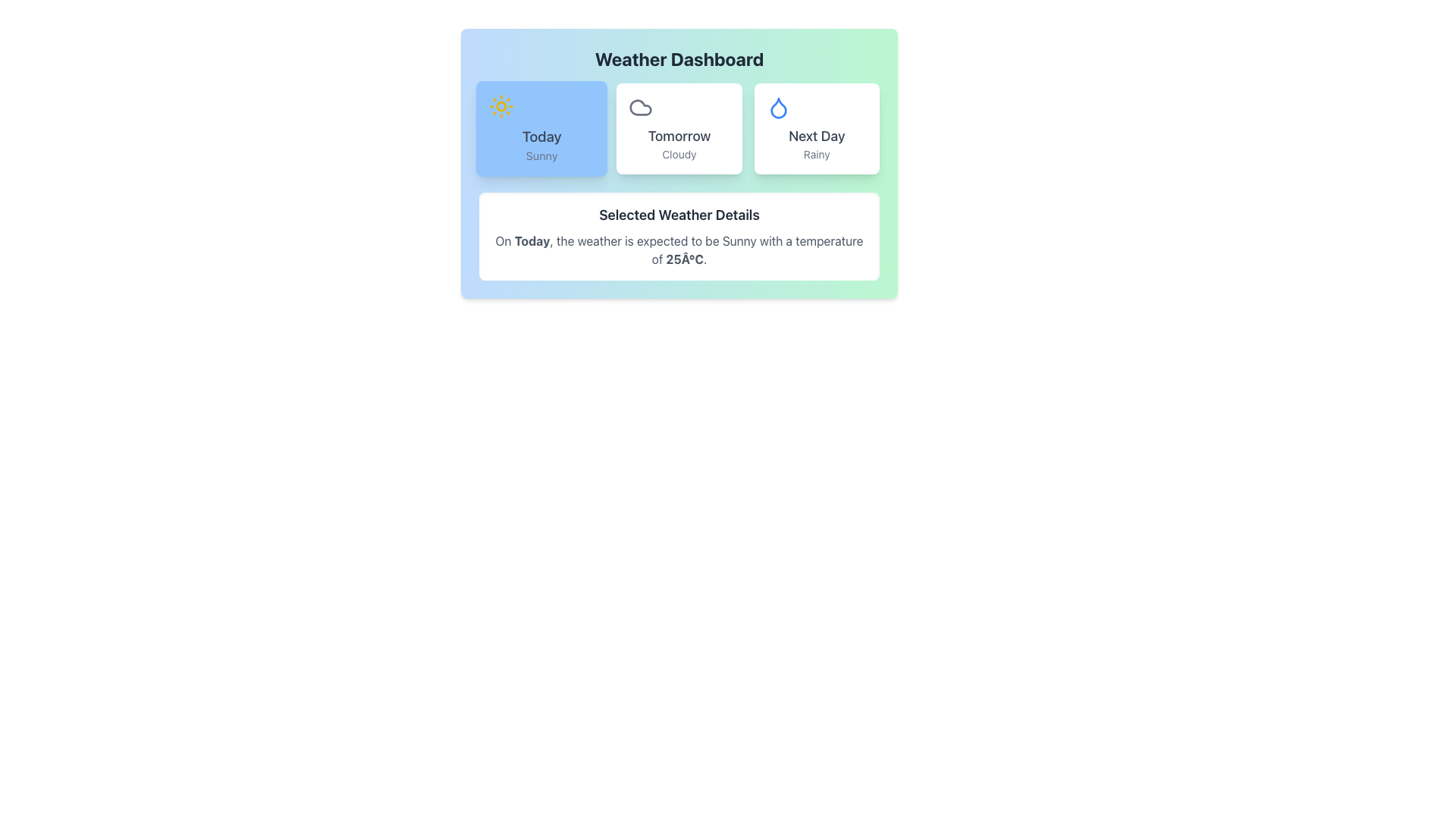 Image resolution: width=1456 pixels, height=819 pixels. What do you see at coordinates (679, 155) in the screenshot?
I see `text label containing the word 'Cloudy' that is styled in small gray font and positioned beneath the 'Tomorrow' header text within the middle weather information card` at bounding box center [679, 155].